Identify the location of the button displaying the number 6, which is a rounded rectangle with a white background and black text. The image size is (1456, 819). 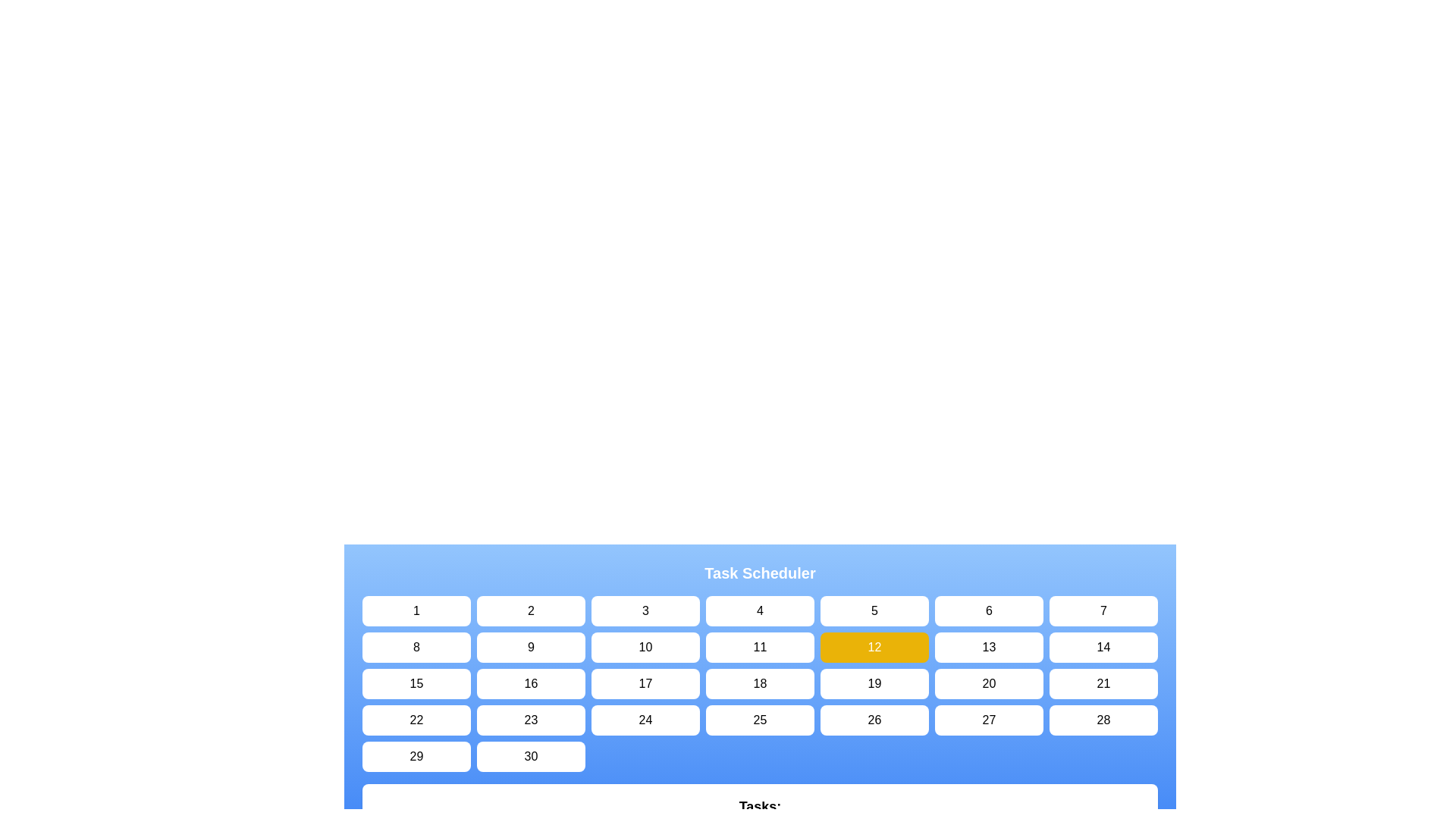
(989, 610).